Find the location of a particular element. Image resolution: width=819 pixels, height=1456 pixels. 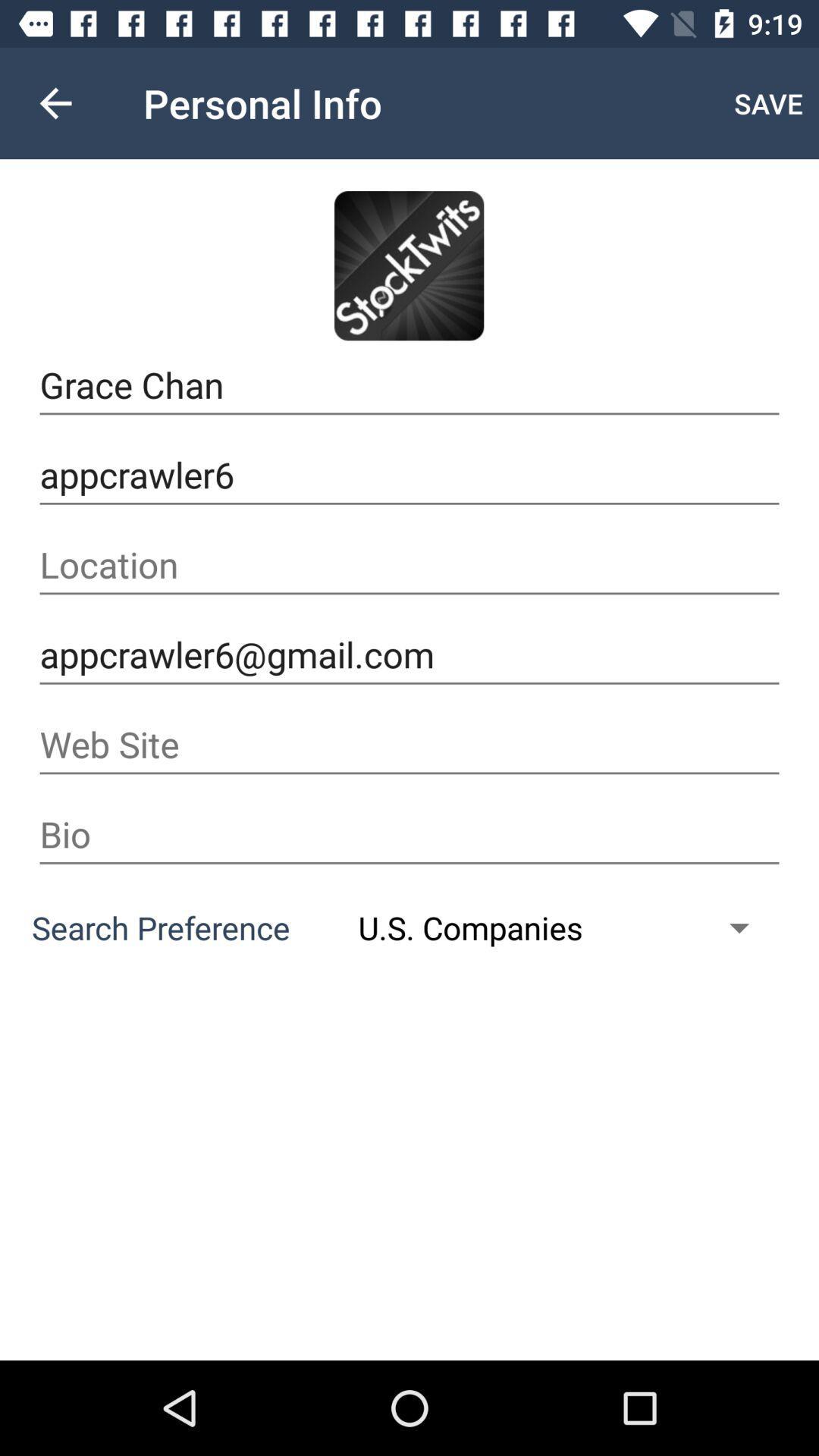

the grace chan item is located at coordinates (409, 385).